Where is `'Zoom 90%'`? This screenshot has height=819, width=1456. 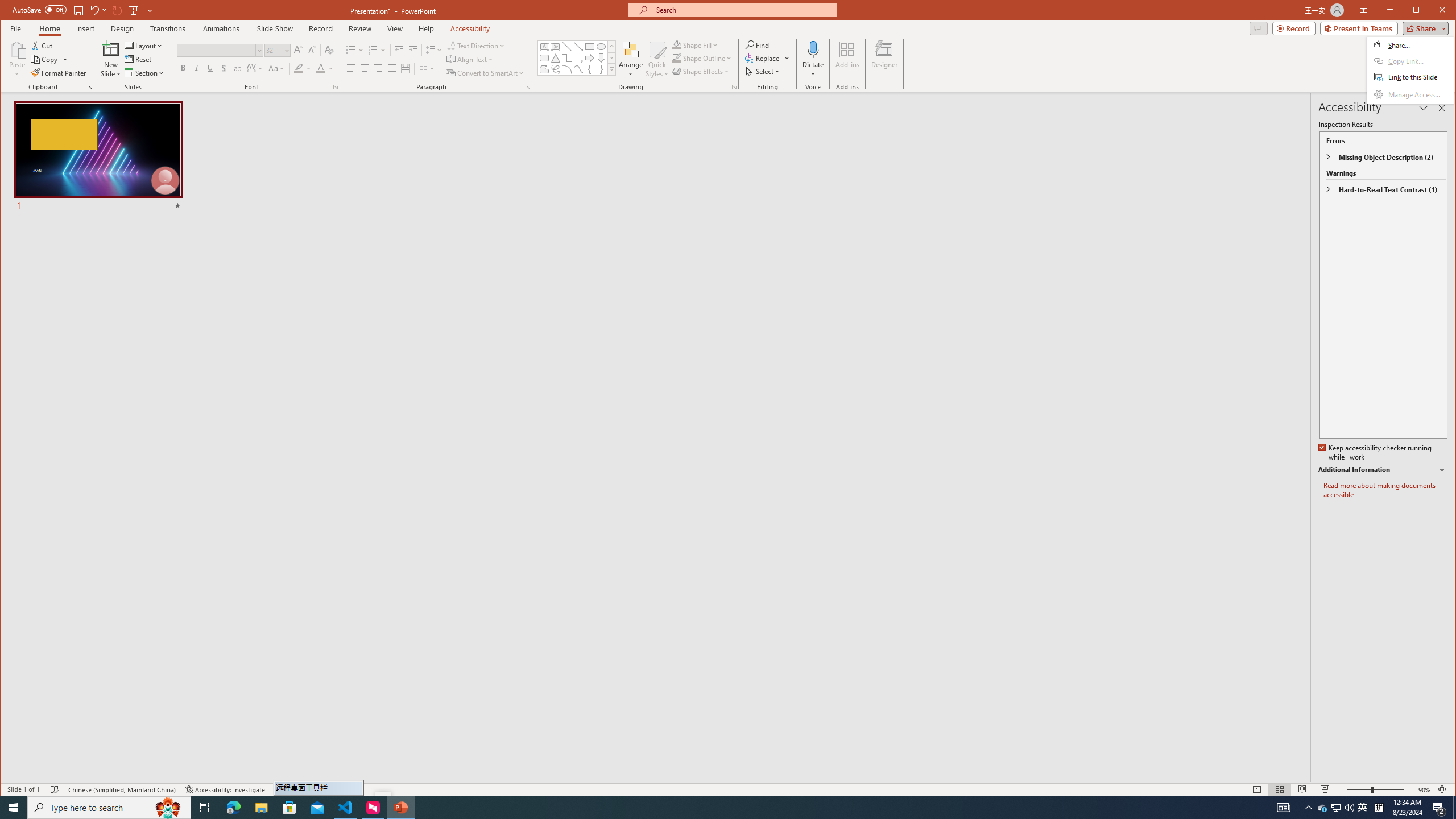 'Zoom 90%' is located at coordinates (1424, 789).